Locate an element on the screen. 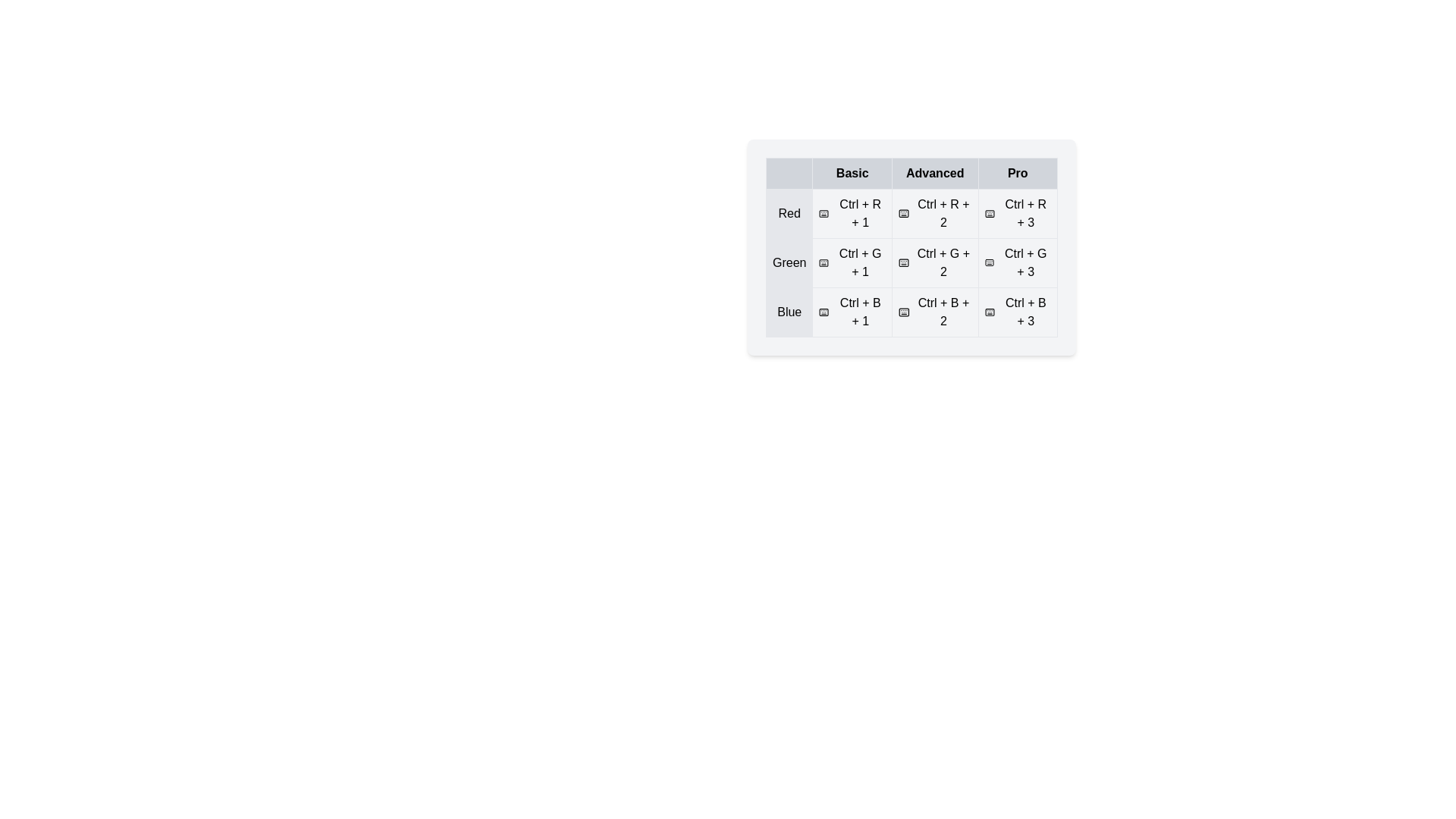 The height and width of the screenshot is (819, 1456). descriptive text 'Ctrl + R + 3' located in the third row and third column of the grid, which is visually styled with a black font and accompanied by a small keyboard icon is located at coordinates (1018, 213).